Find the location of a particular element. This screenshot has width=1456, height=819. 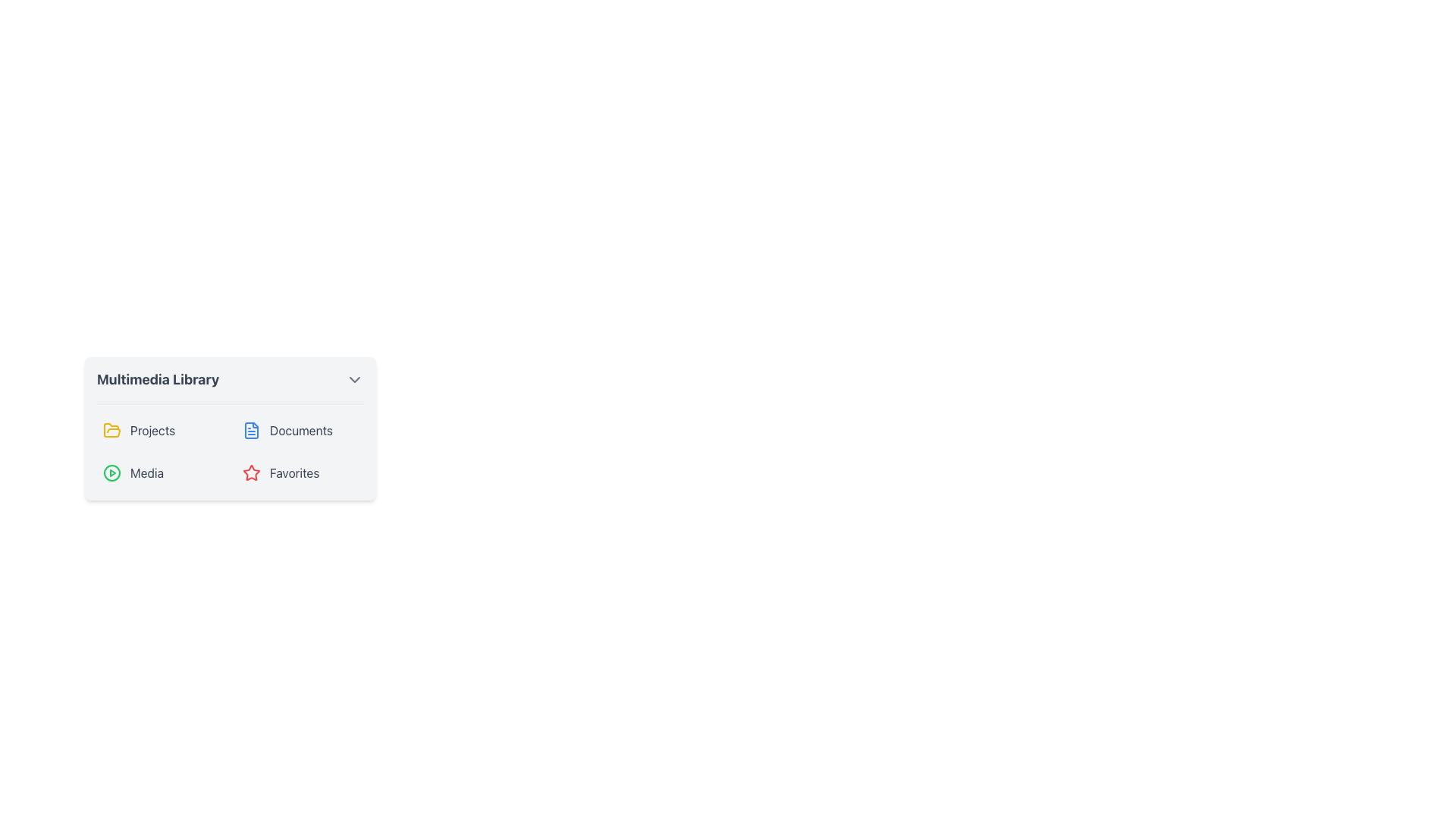

the red star icon next to the label 'Favorites' in the Multimedia Library is located at coordinates (300, 472).